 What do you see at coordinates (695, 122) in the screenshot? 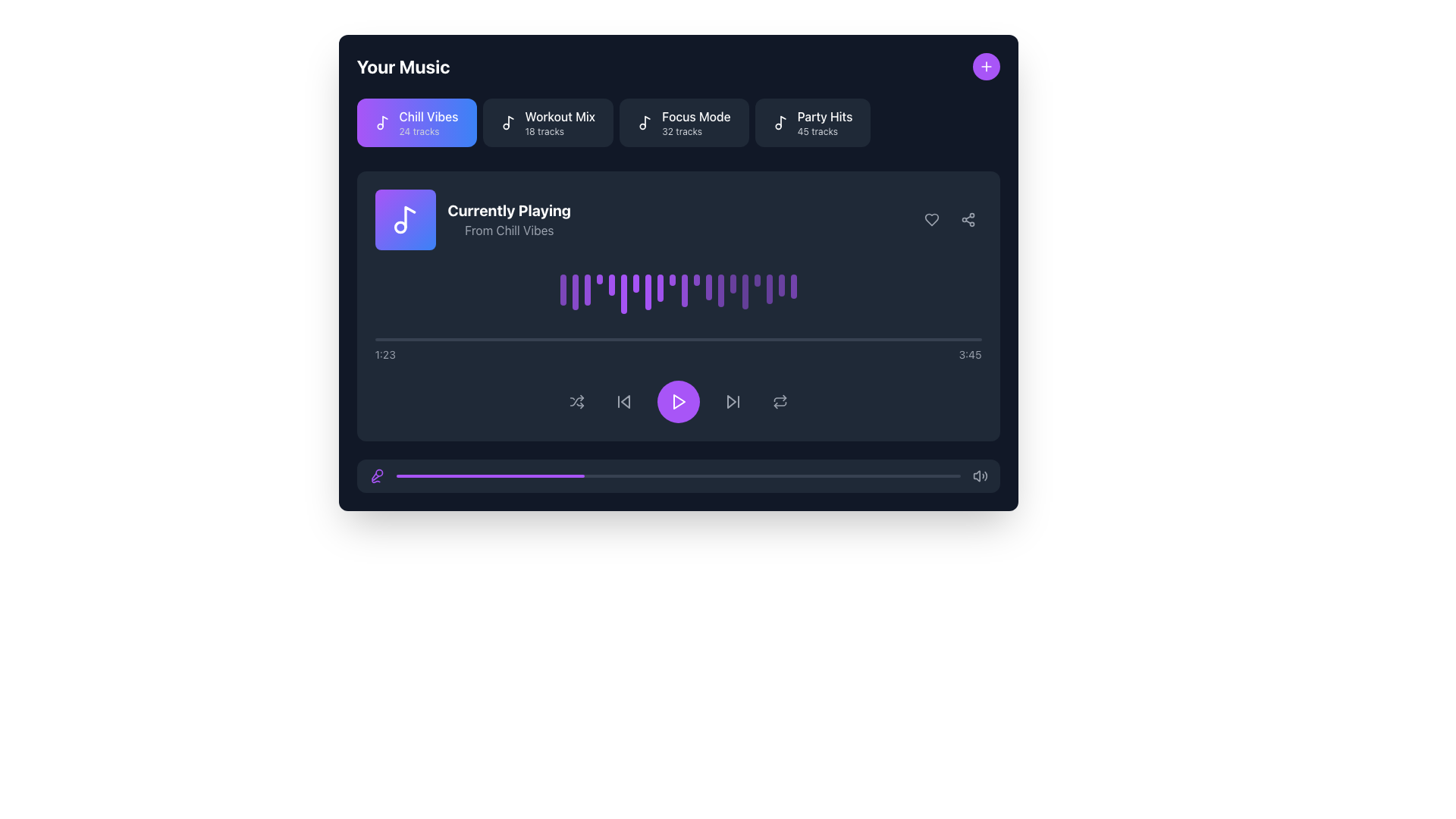
I see `the 'Focus Mode' playlist button, which displays 'Focus Mode' in bold white text and '32 tracks' in lighter gray text` at bounding box center [695, 122].